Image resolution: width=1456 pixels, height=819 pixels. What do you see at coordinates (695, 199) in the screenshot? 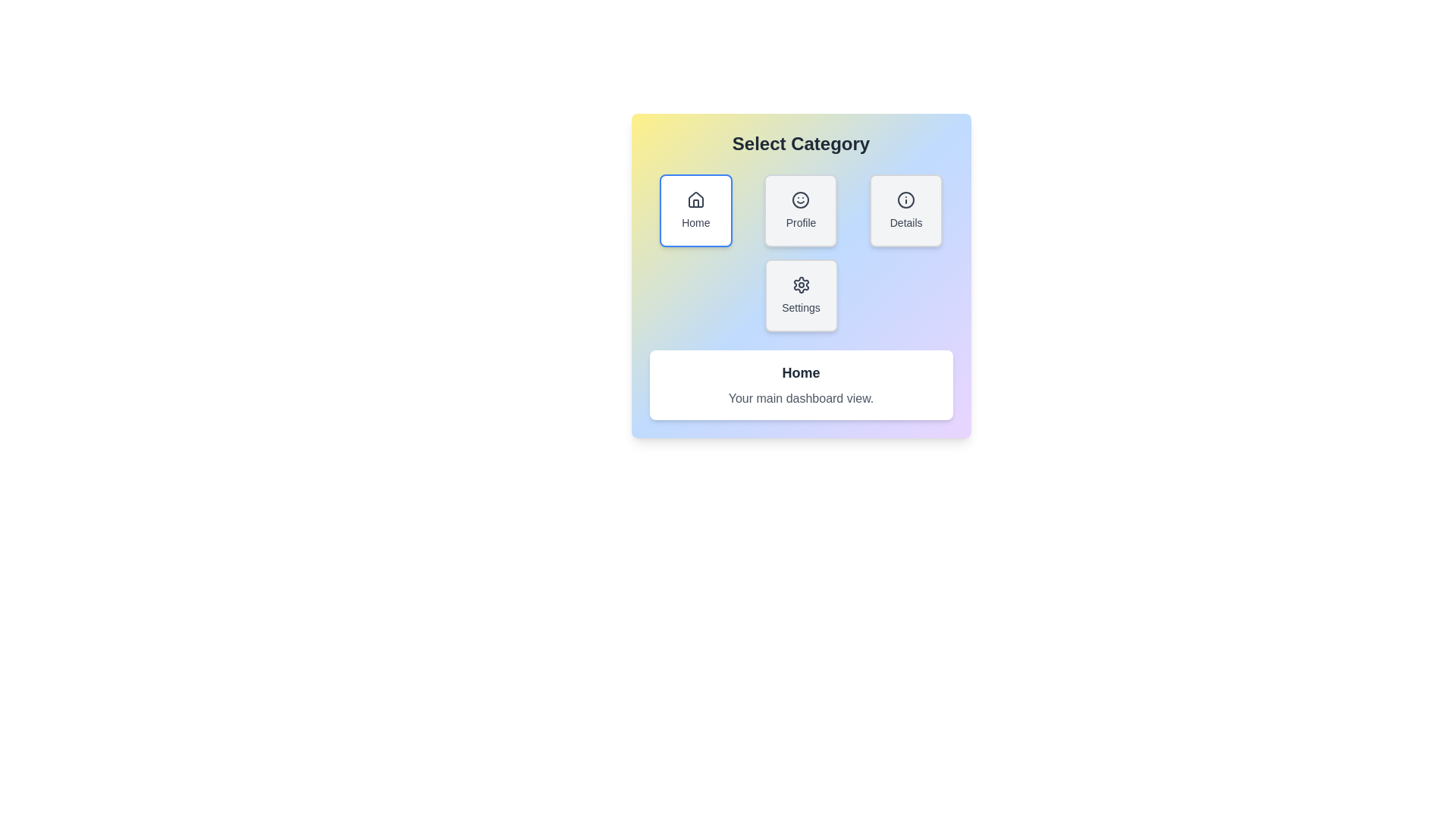
I see `the house icon representing 'Home'` at bounding box center [695, 199].